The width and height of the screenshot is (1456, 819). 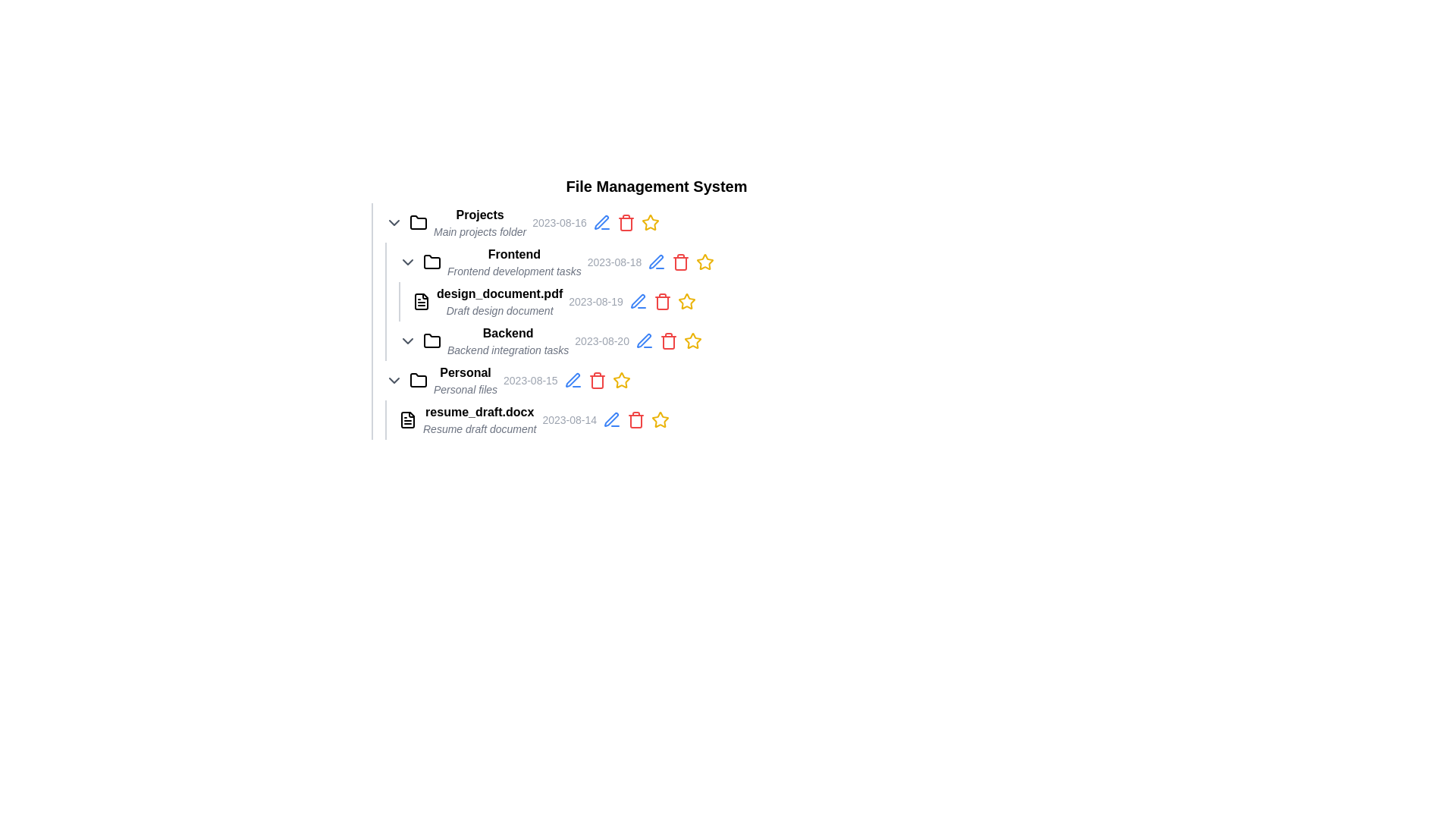 I want to click on the folder icon representing a folder in the file management system, so click(x=419, y=379).